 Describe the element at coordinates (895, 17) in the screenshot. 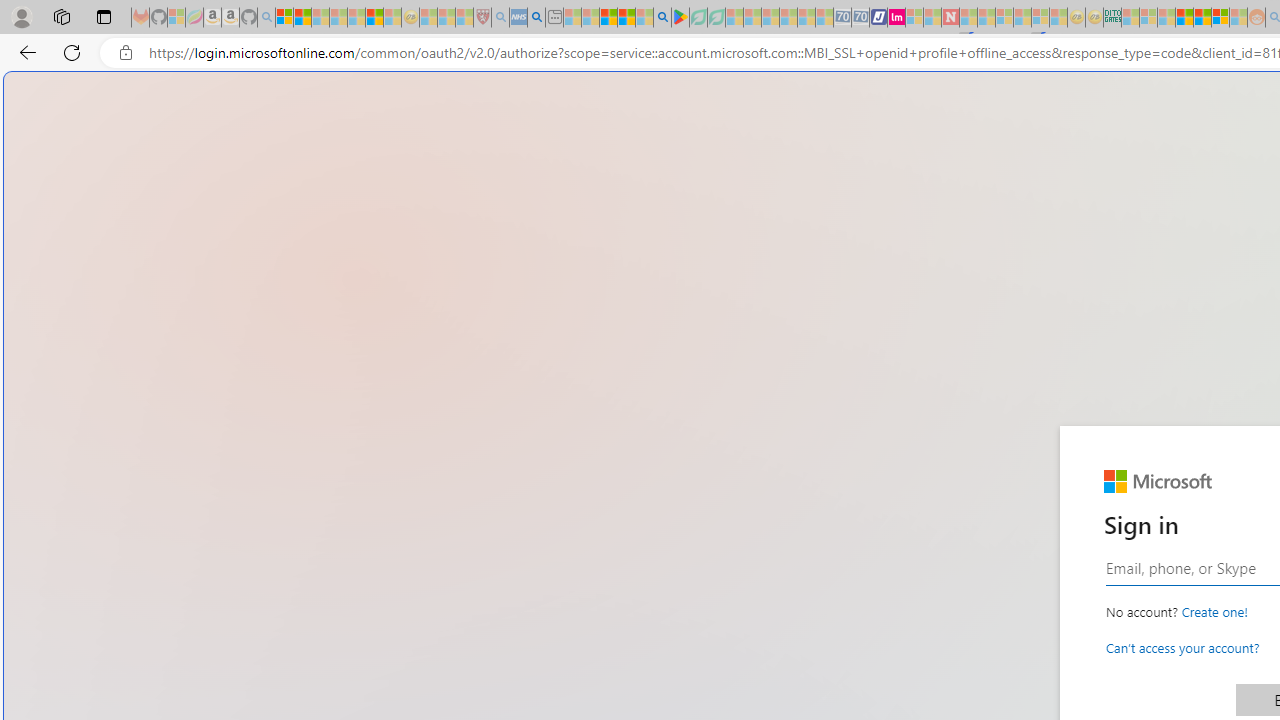

I see `'Jobs - lastminute.com Investor Portal'` at that location.